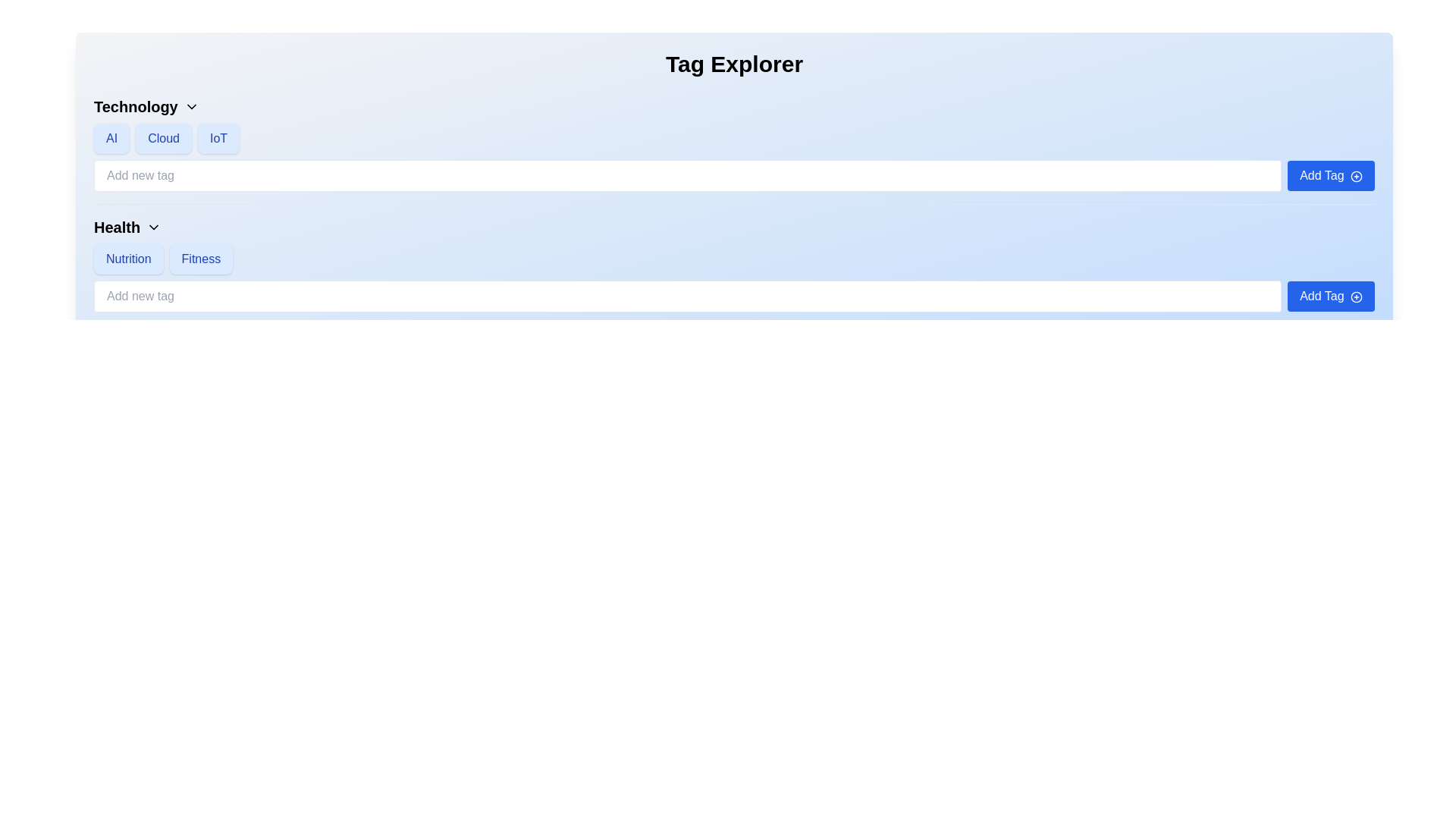 The height and width of the screenshot is (819, 1456). I want to click on the button labeled 'Fitness', which is styled with rounded corners and a light blue background, so click(199, 259).